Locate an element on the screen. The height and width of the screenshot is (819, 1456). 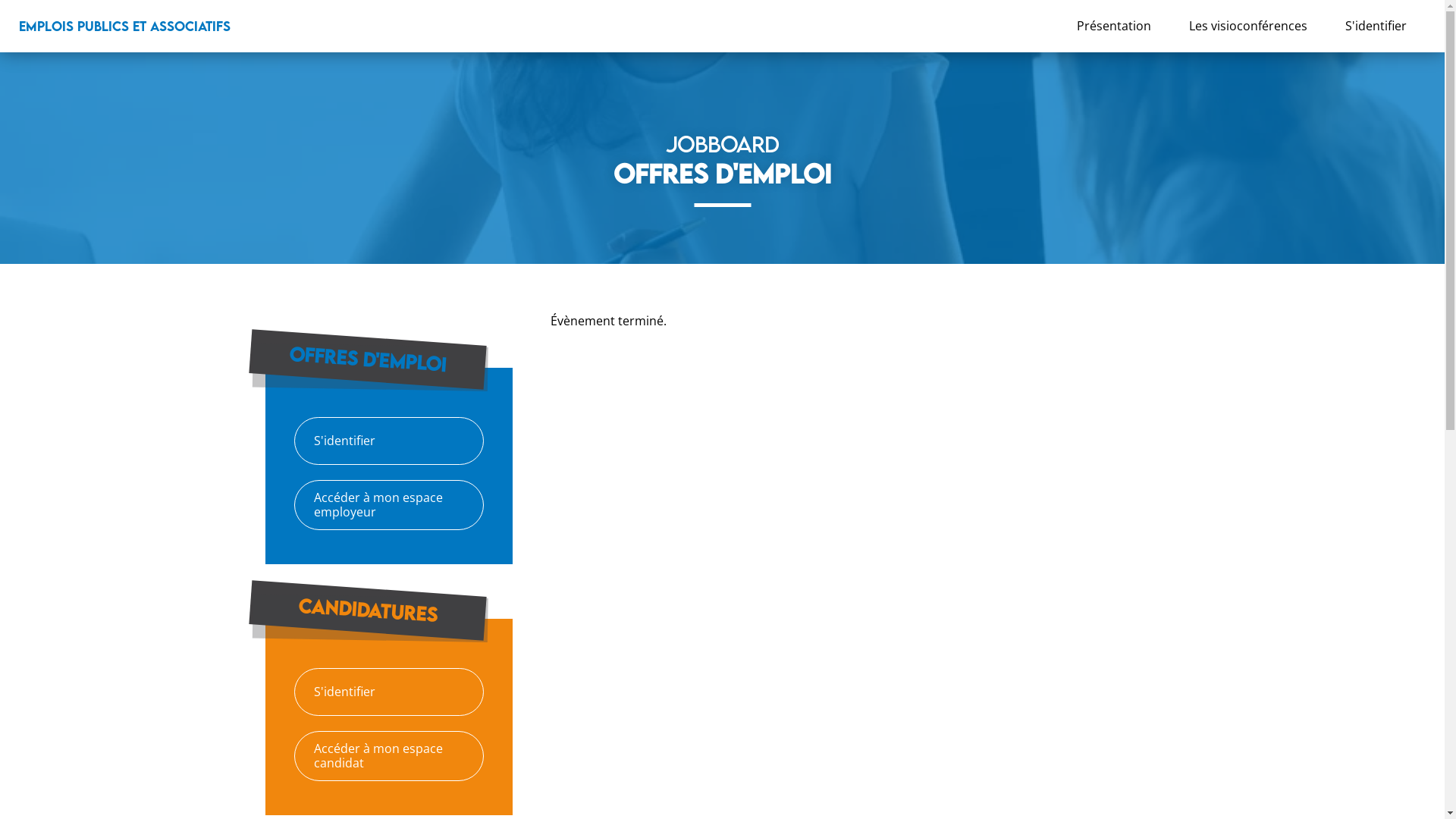
'EMPLOIS PUBLICS ET ASSOCIATIFS' is located at coordinates (124, 26).